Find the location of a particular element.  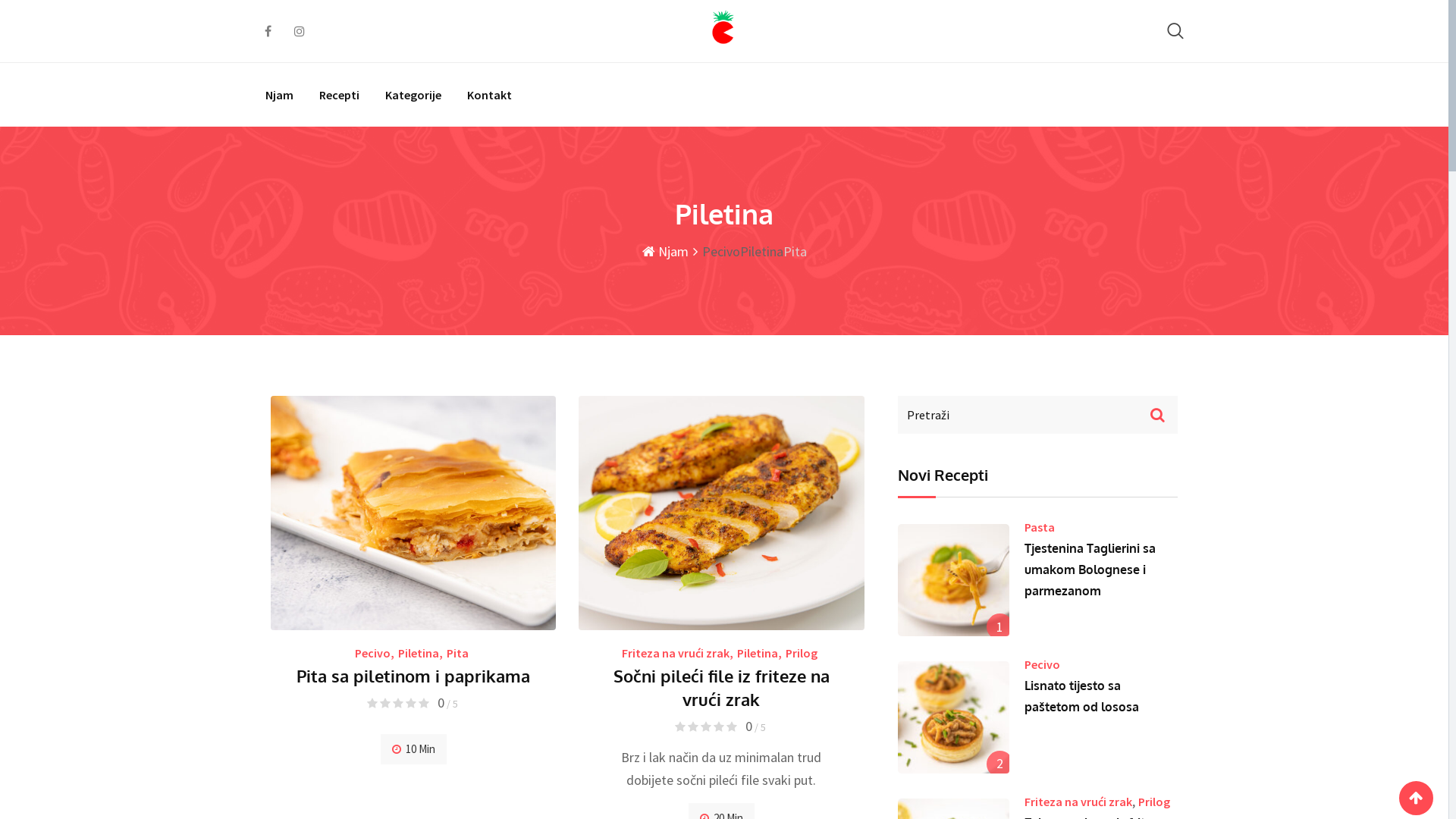

'Tjestenina Taglierini sa umakom Bolognese i parmezanom' is located at coordinates (952, 579).